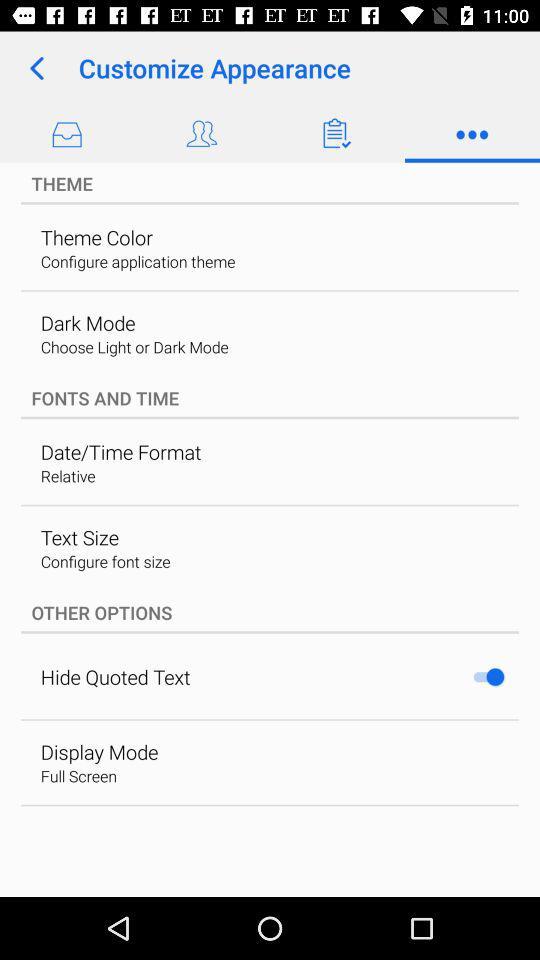 The height and width of the screenshot is (960, 540). What do you see at coordinates (487, 677) in the screenshot?
I see `icon below the other options app` at bounding box center [487, 677].